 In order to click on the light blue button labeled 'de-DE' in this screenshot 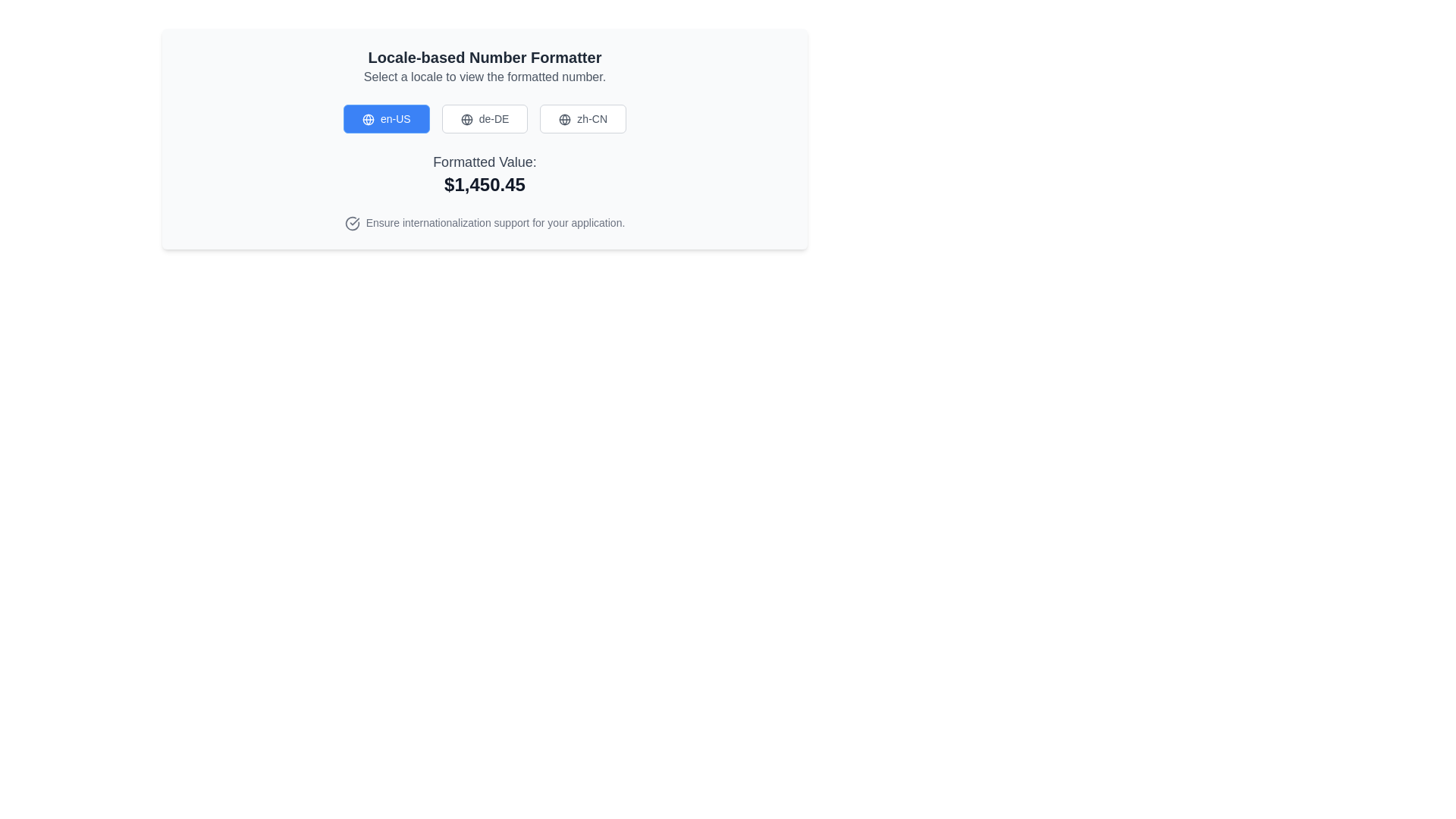, I will do `click(484, 139)`.